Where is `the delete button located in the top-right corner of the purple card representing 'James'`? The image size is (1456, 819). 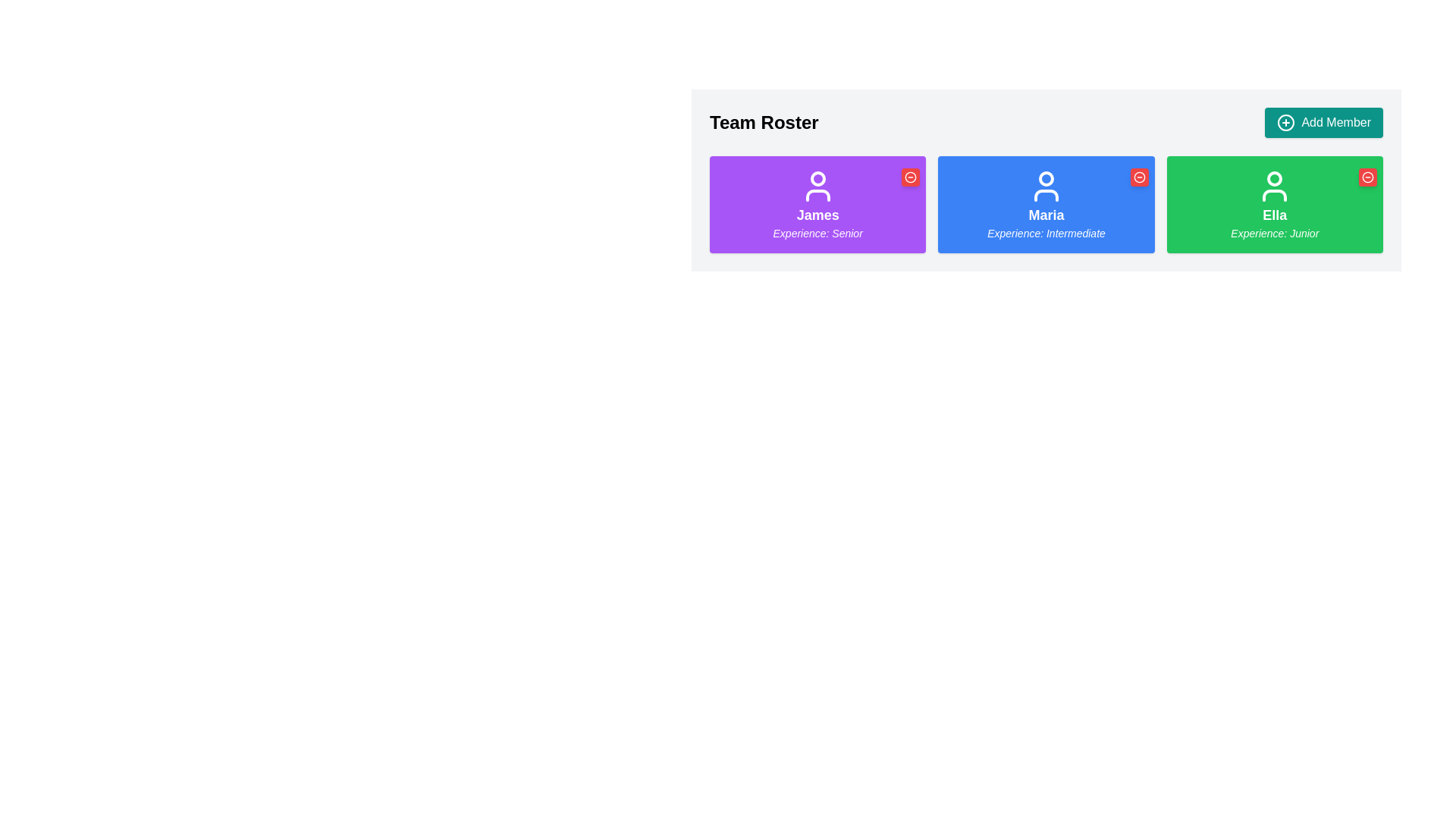 the delete button located in the top-right corner of the purple card representing 'James' is located at coordinates (910, 177).